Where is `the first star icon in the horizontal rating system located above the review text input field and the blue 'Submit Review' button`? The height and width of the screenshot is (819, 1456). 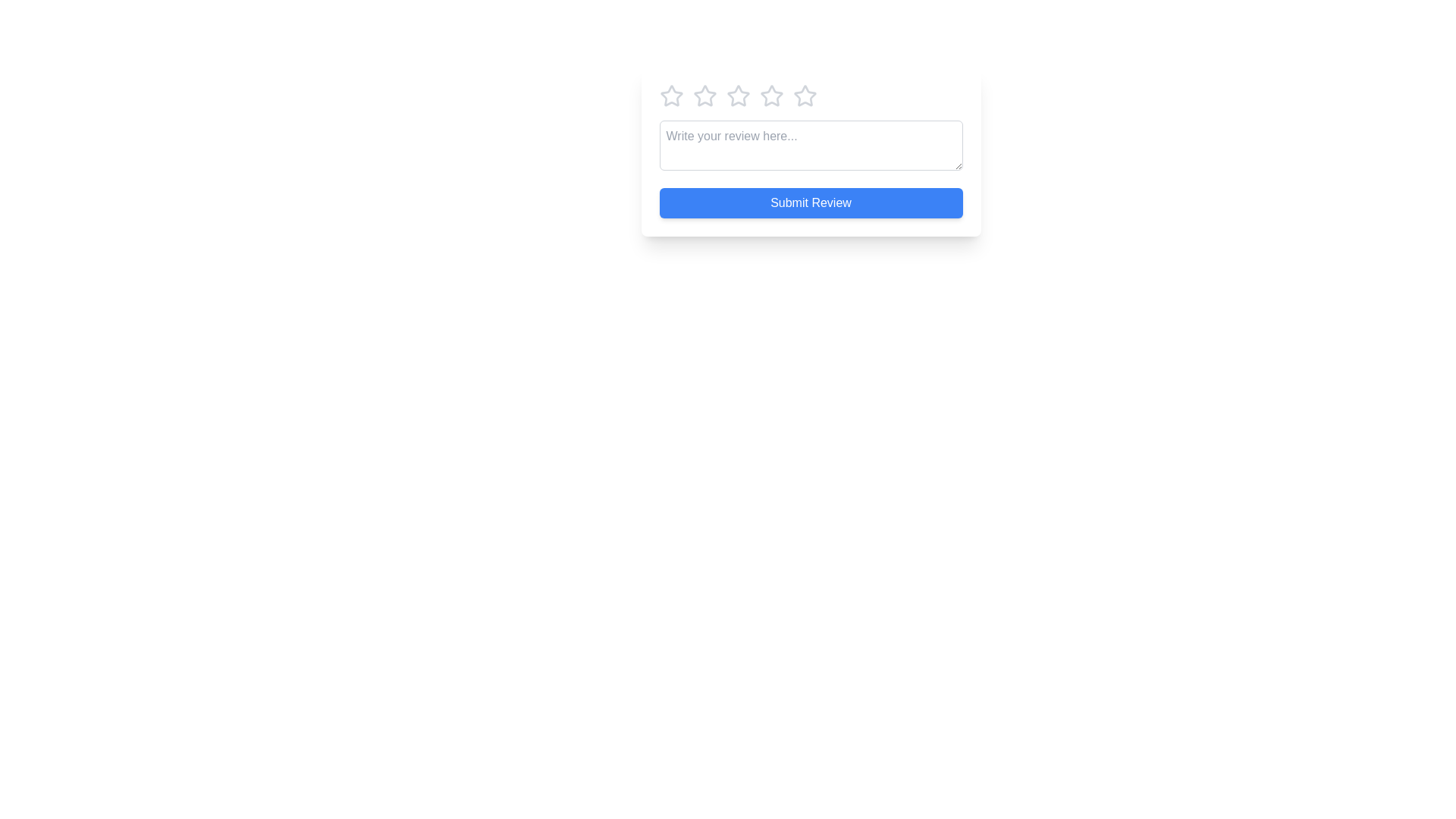
the first star icon in the horizontal rating system located above the review text input field and the blue 'Submit Review' button is located at coordinates (670, 96).